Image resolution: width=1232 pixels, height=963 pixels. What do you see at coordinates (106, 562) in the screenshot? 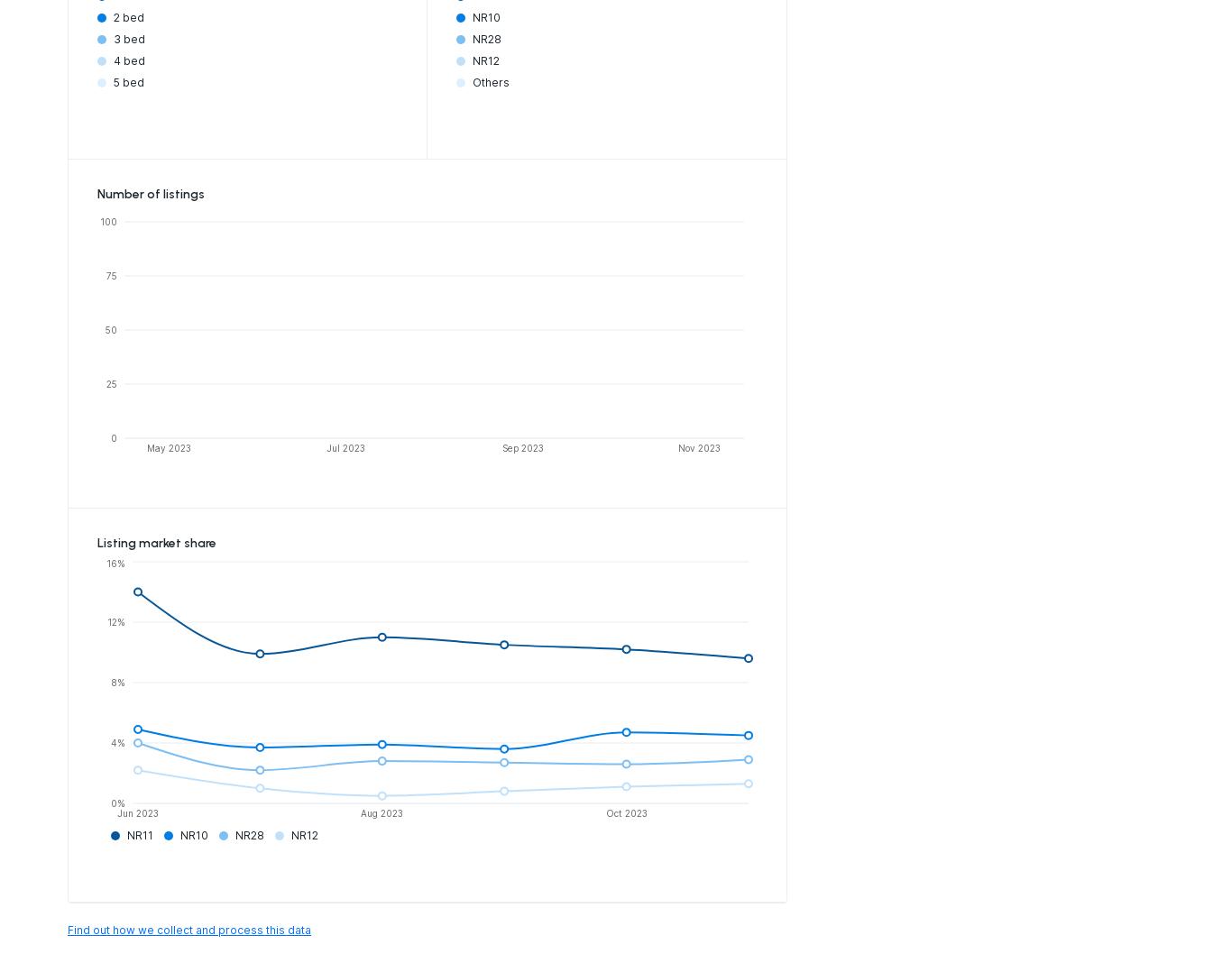
I see `'16%'` at bounding box center [106, 562].